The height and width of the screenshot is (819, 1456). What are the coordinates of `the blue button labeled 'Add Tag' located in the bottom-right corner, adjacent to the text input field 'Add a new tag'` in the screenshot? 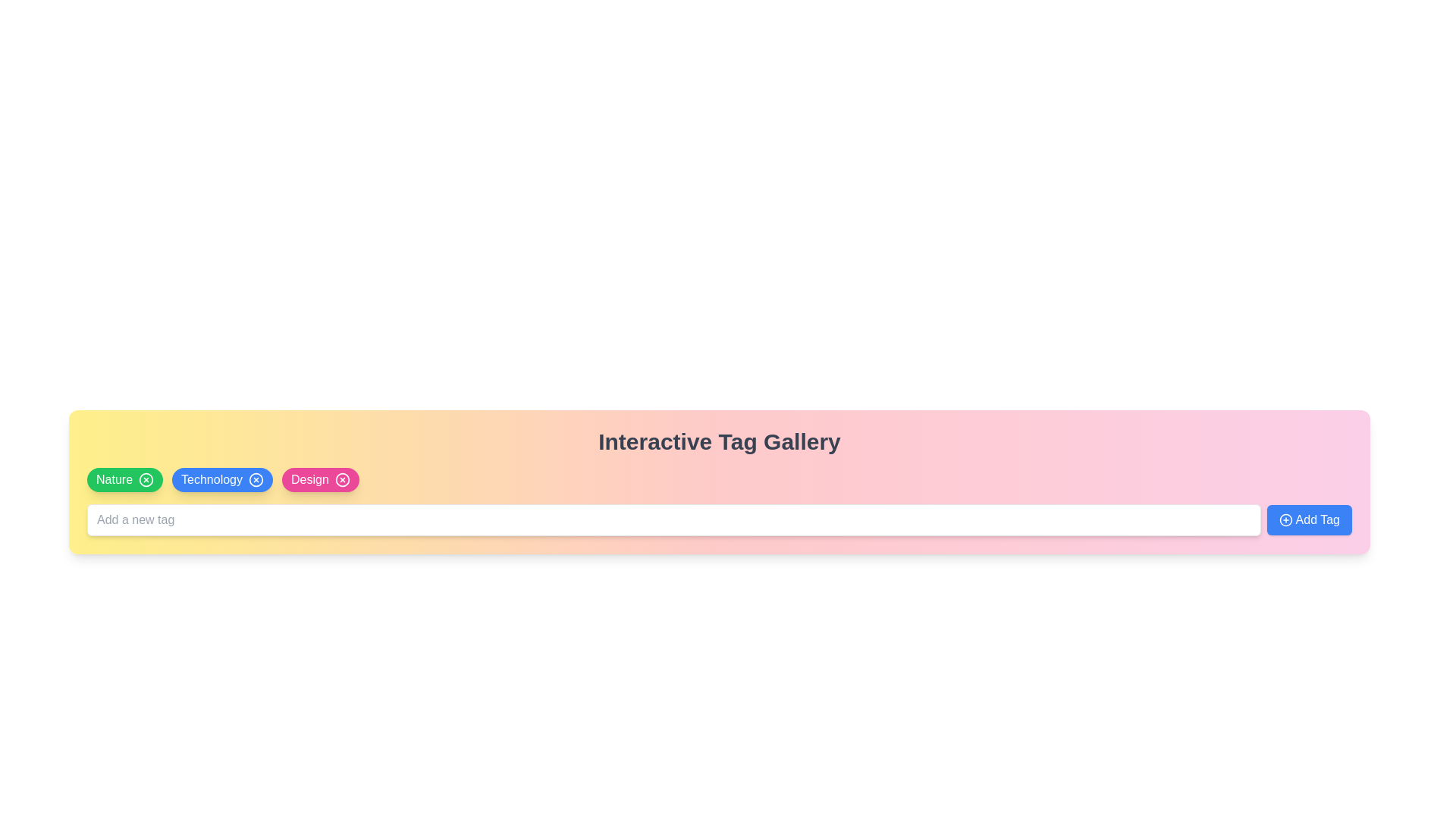 It's located at (1308, 519).